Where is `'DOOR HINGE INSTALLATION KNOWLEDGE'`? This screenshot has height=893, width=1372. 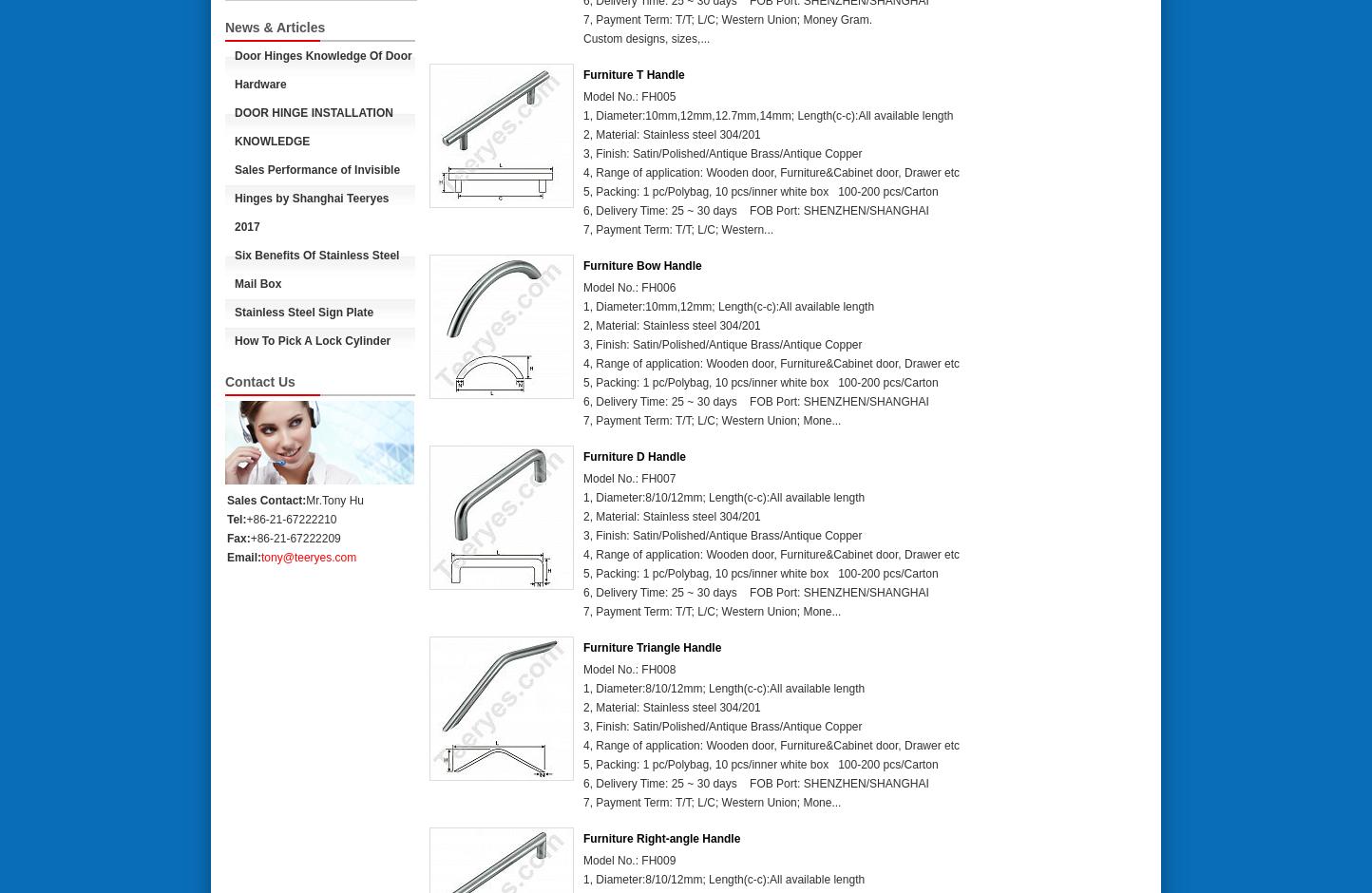 'DOOR HINGE INSTALLATION KNOWLEDGE' is located at coordinates (312, 126).